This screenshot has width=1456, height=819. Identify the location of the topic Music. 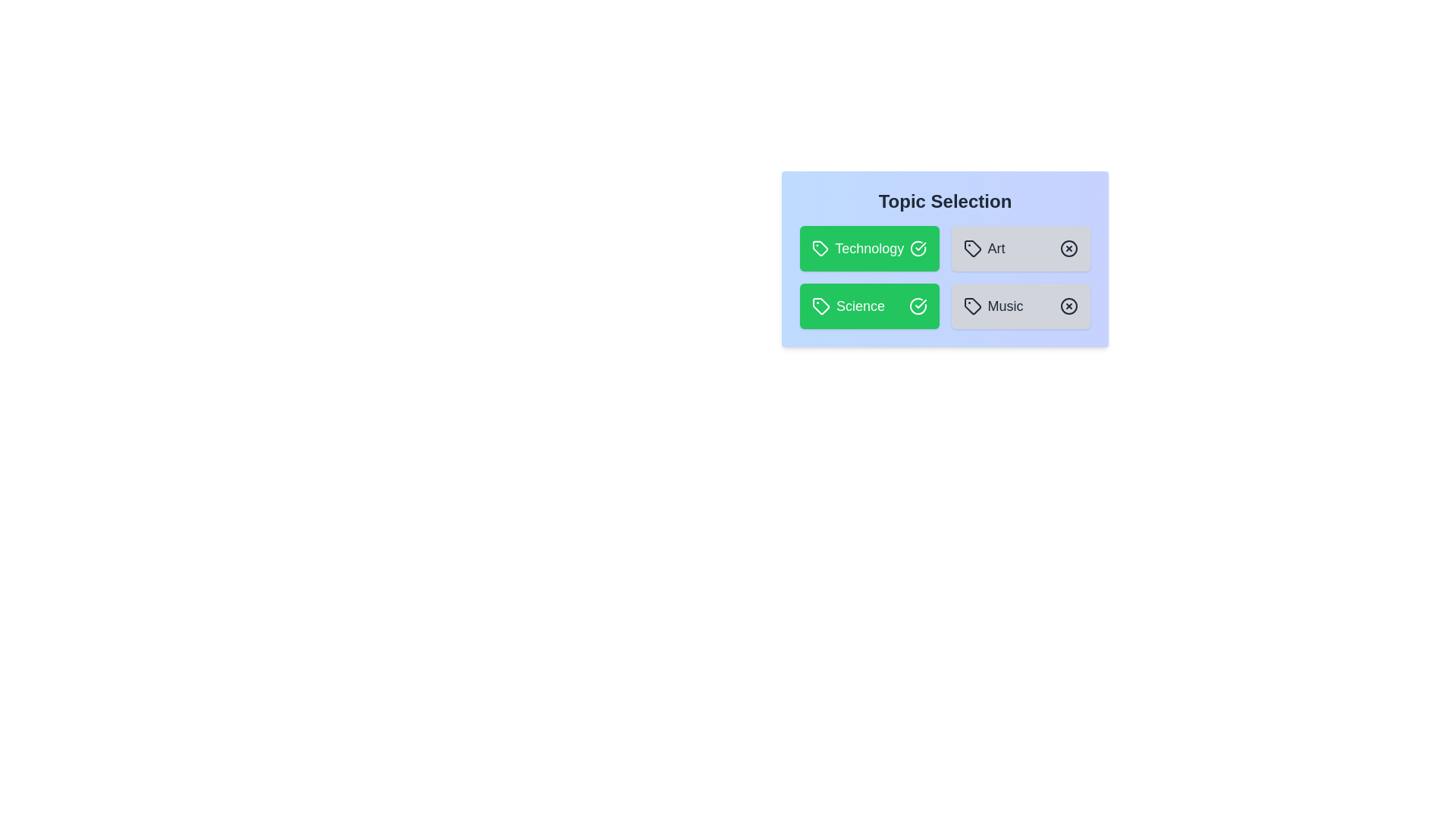
(1021, 306).